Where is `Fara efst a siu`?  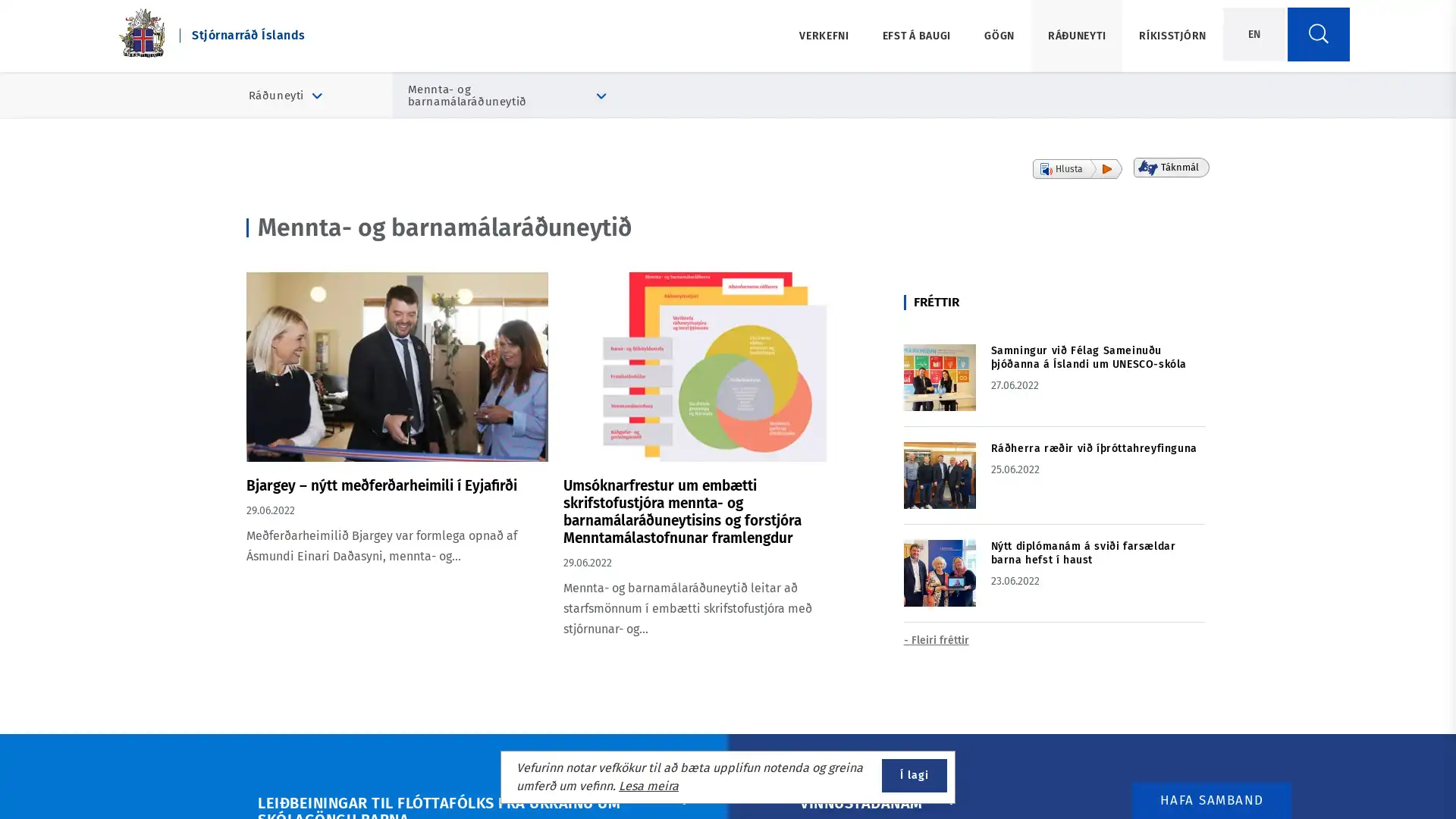
Fara efst a siu is located at coordinates (1398, 769).